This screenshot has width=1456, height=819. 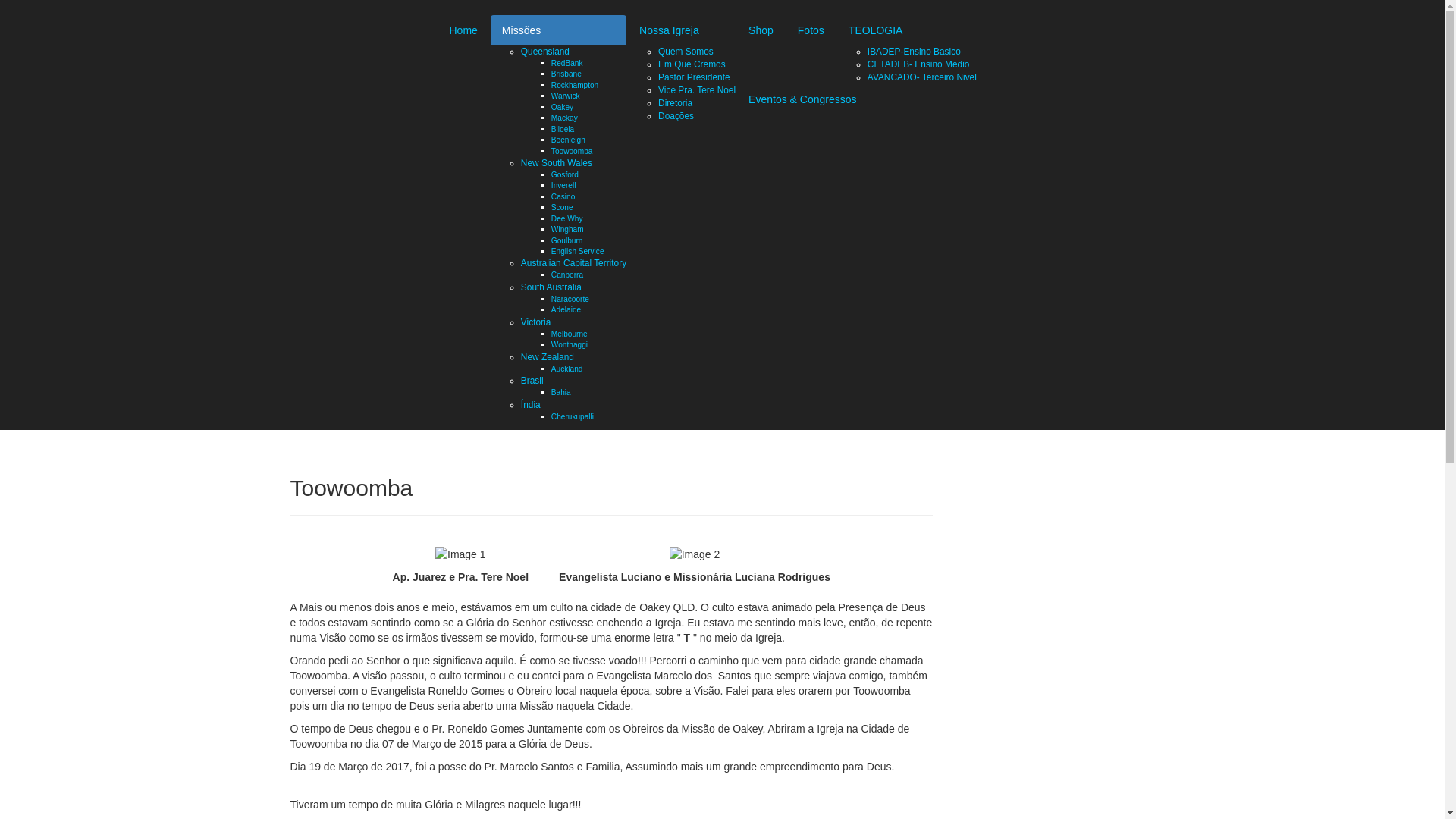 What do you see at coordinates (680, 30) in the screenshot?
I see `'Nossa Igreja'` at bounding box center [680, 30].